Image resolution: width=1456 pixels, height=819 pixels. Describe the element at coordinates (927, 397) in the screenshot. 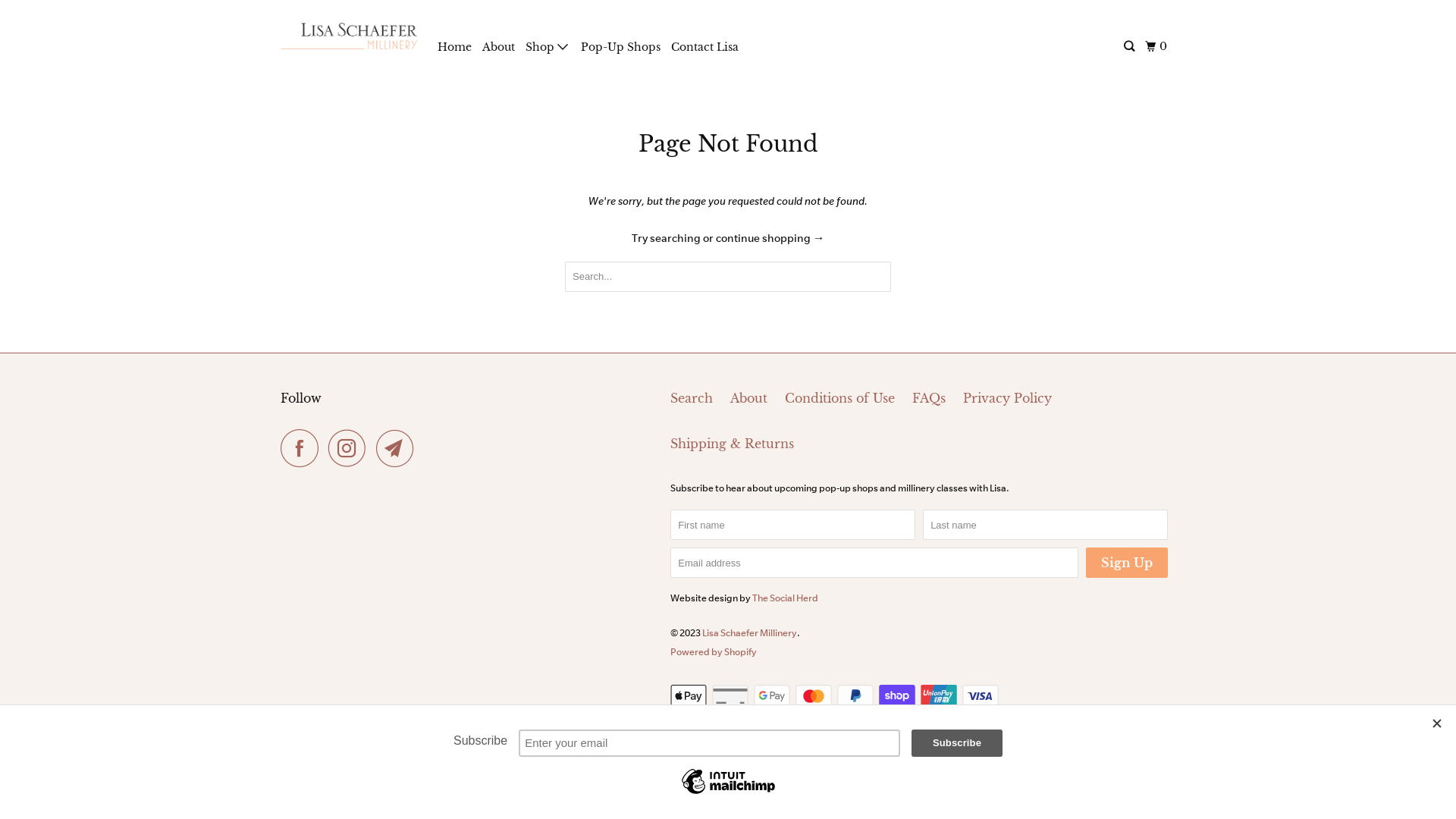

I see `'FAQs'` at that location.